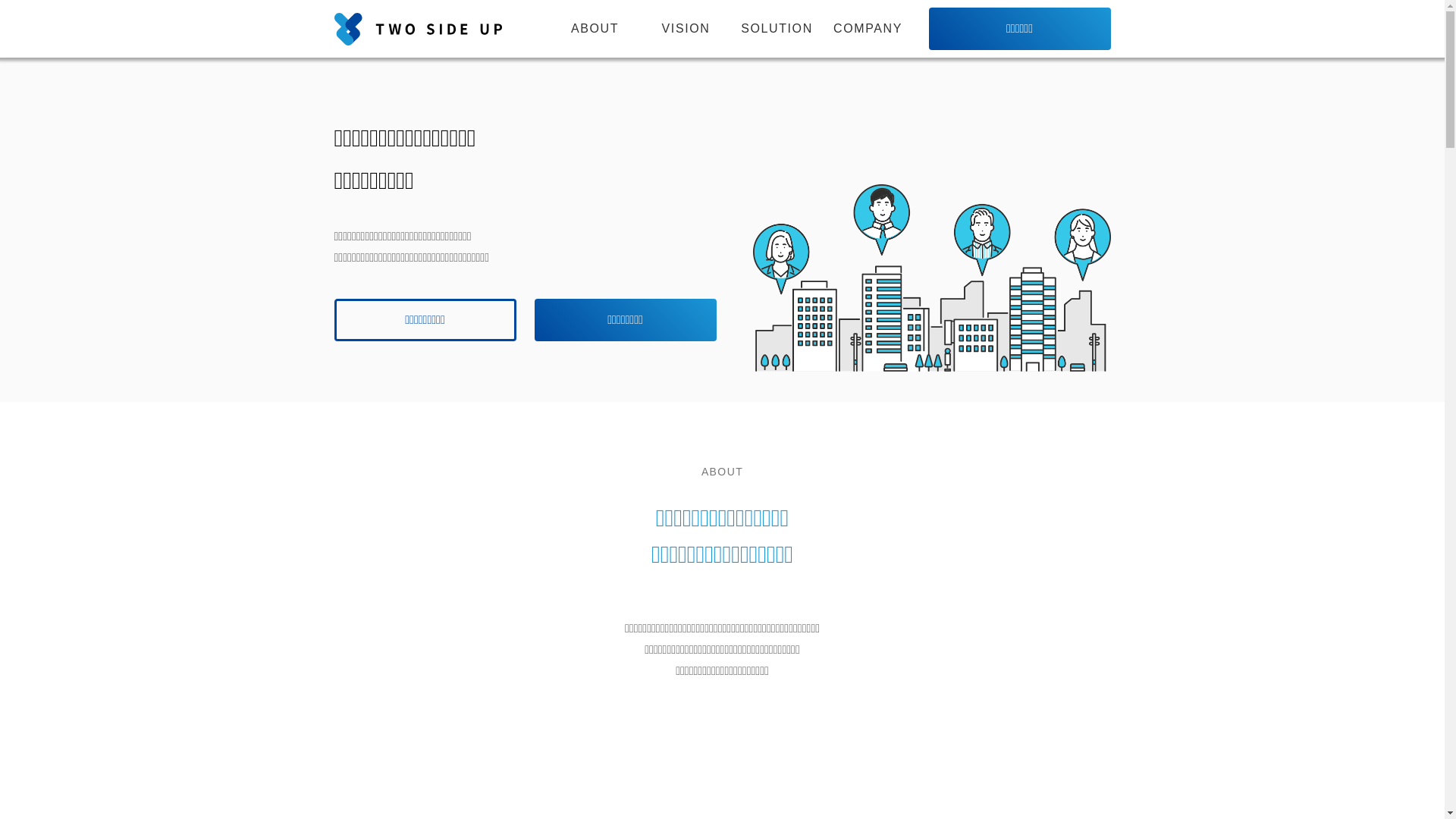 This screenshot has width=1456, height=819. I want to click on 'COMPANY', so click(867, 29).